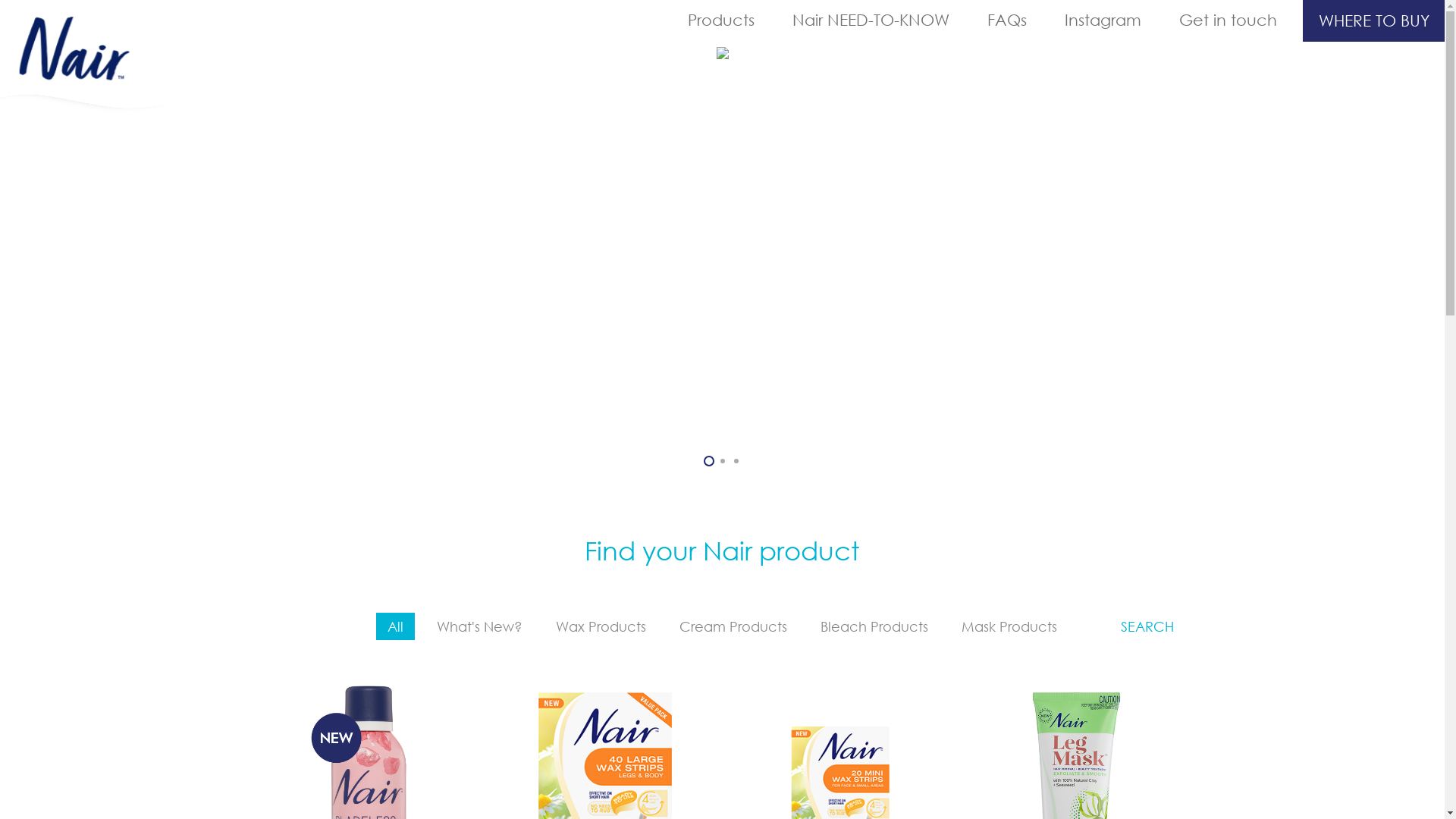 This screenshot has height=819, width=1456. What do you see at coordinates (1103, 20) in the screenshot?
I see `'Instagram'` at bounding box center [1103, 20].